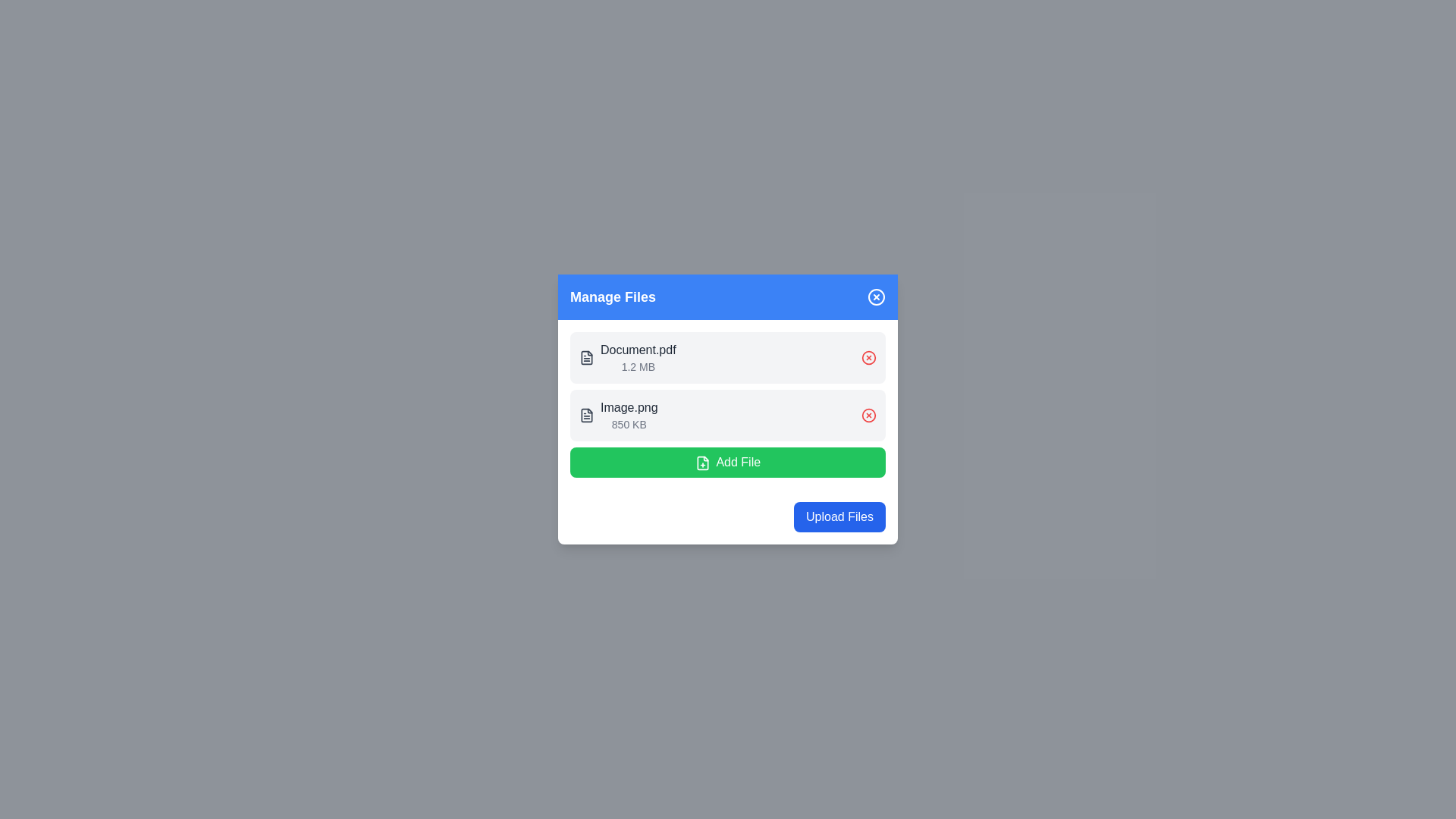 The image size is (1456, 819). Describe the element at coordinates (618, 415) in the screenshot. I see `the file descriptor located in the second row of the file management interface for additional actions or information` at that location.